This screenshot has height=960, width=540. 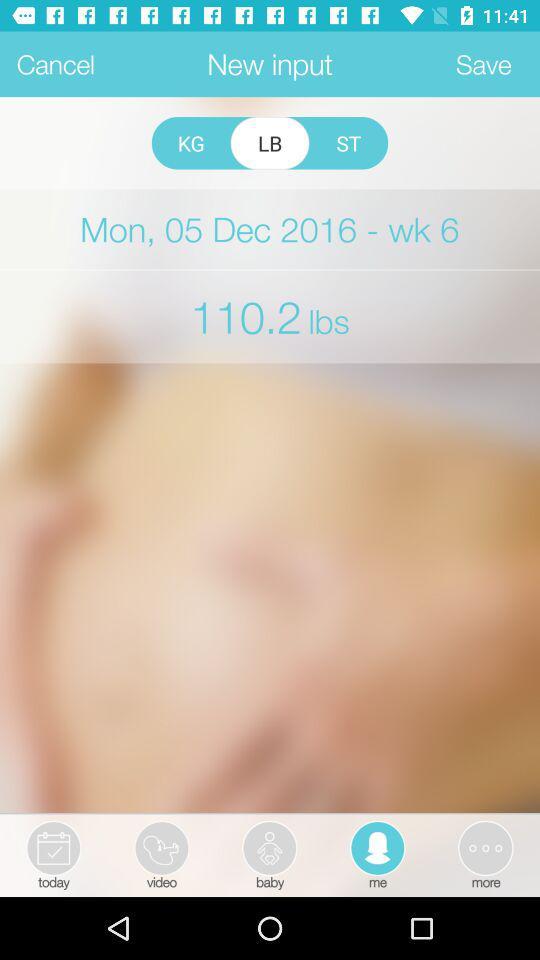 What do you see at coordinates (347, 142) in the screenshot?
I see `button which is right to lb` at bounding box center [347, 142].